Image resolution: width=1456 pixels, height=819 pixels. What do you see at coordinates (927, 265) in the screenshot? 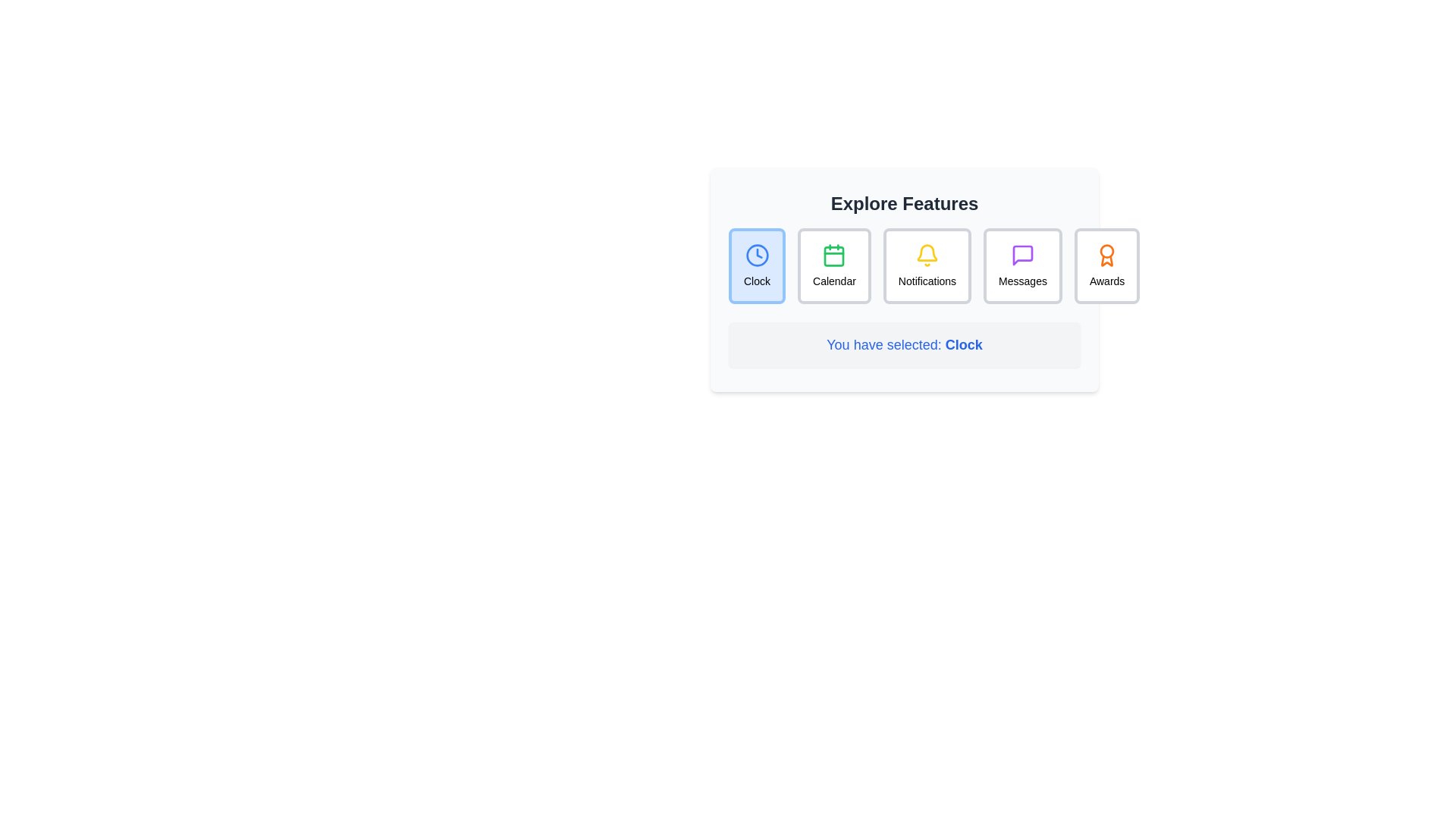
I see `the third button from the left in the 'Explore Features' card` at bounding box center [927, 265].